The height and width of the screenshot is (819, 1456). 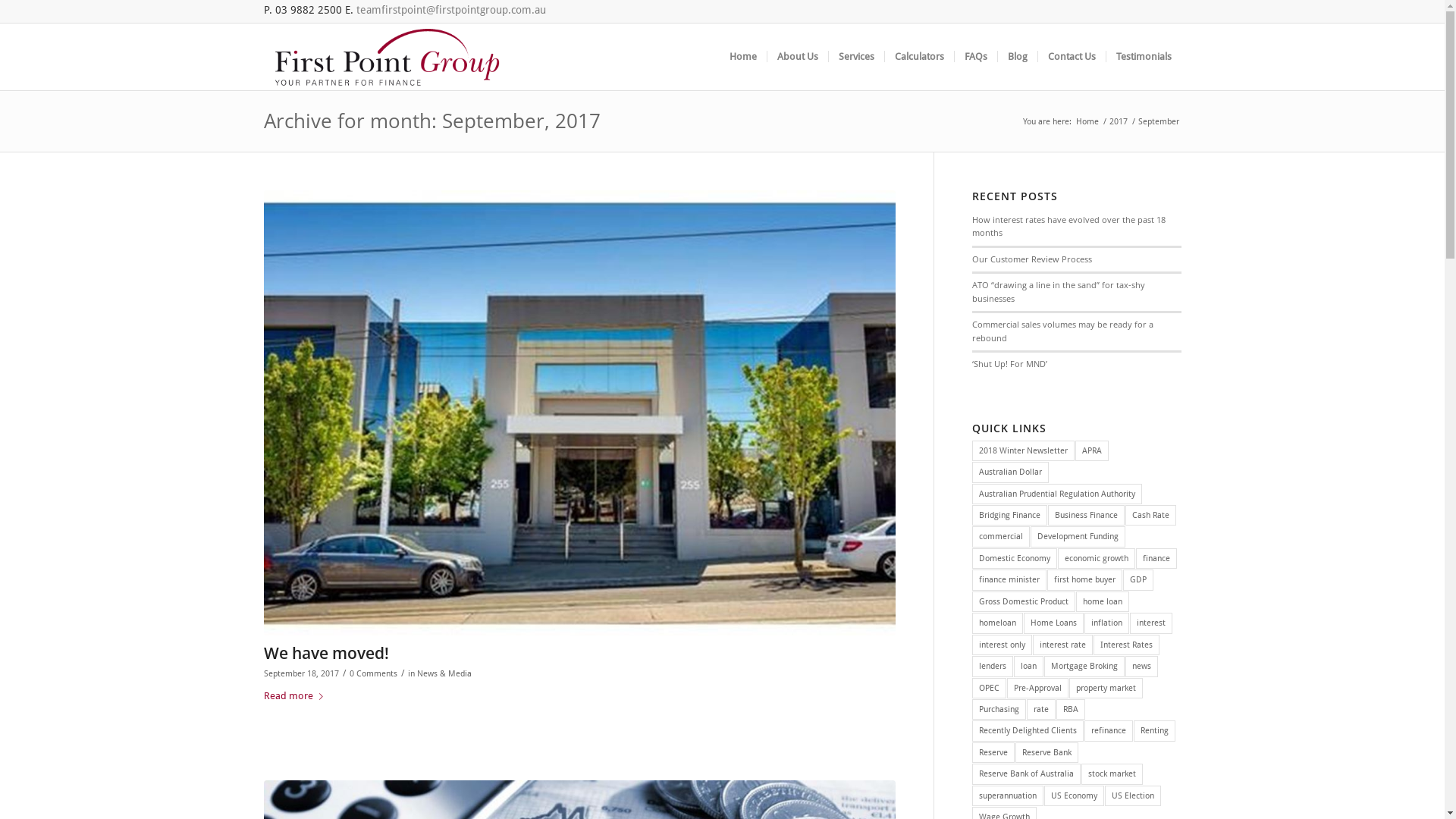 I want to click on 'loan', so click(x=1028, y=665).